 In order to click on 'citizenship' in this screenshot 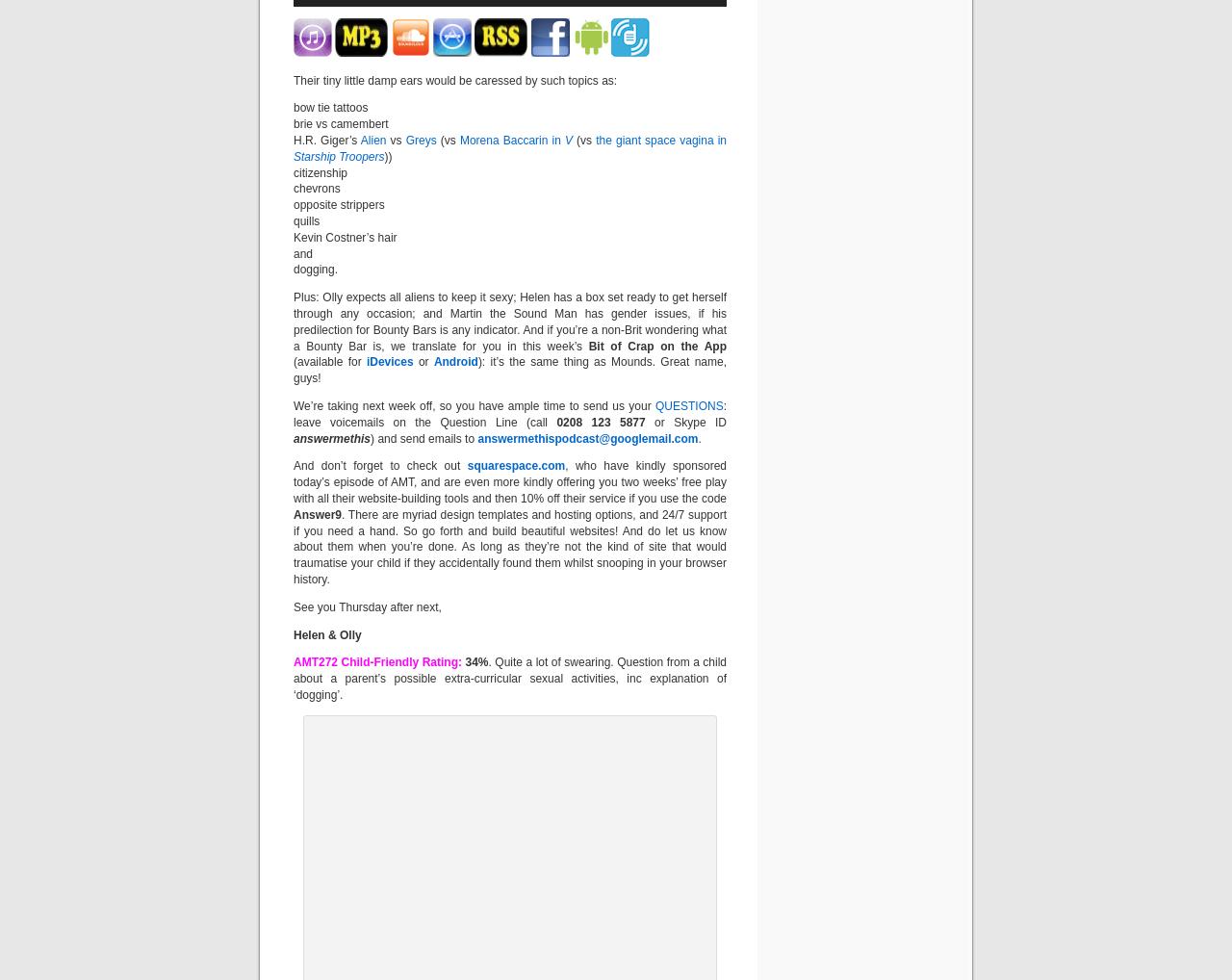, I will do `click(293, 171)`.